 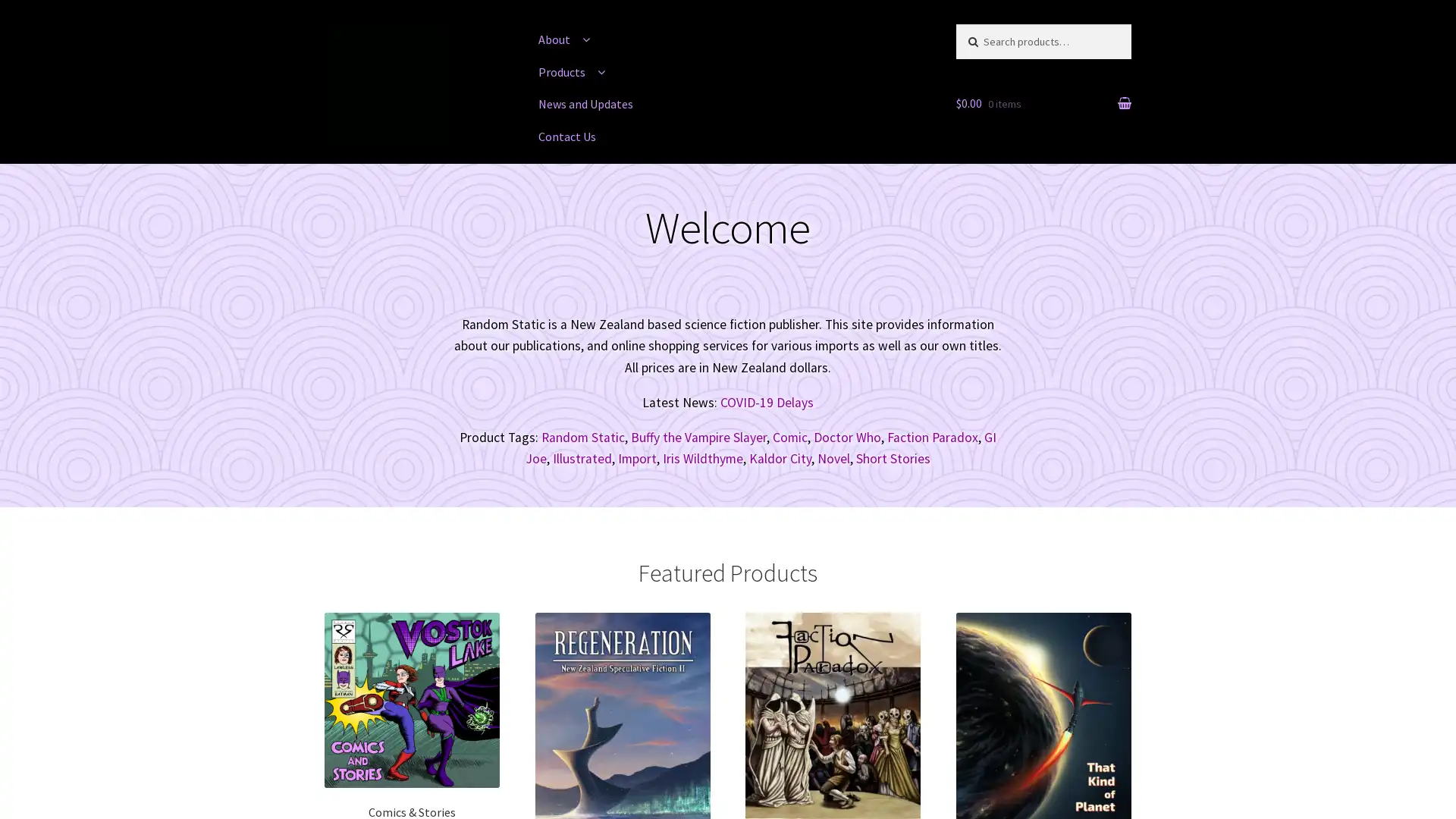 I want to click on Search, so click(x=987, y=38).